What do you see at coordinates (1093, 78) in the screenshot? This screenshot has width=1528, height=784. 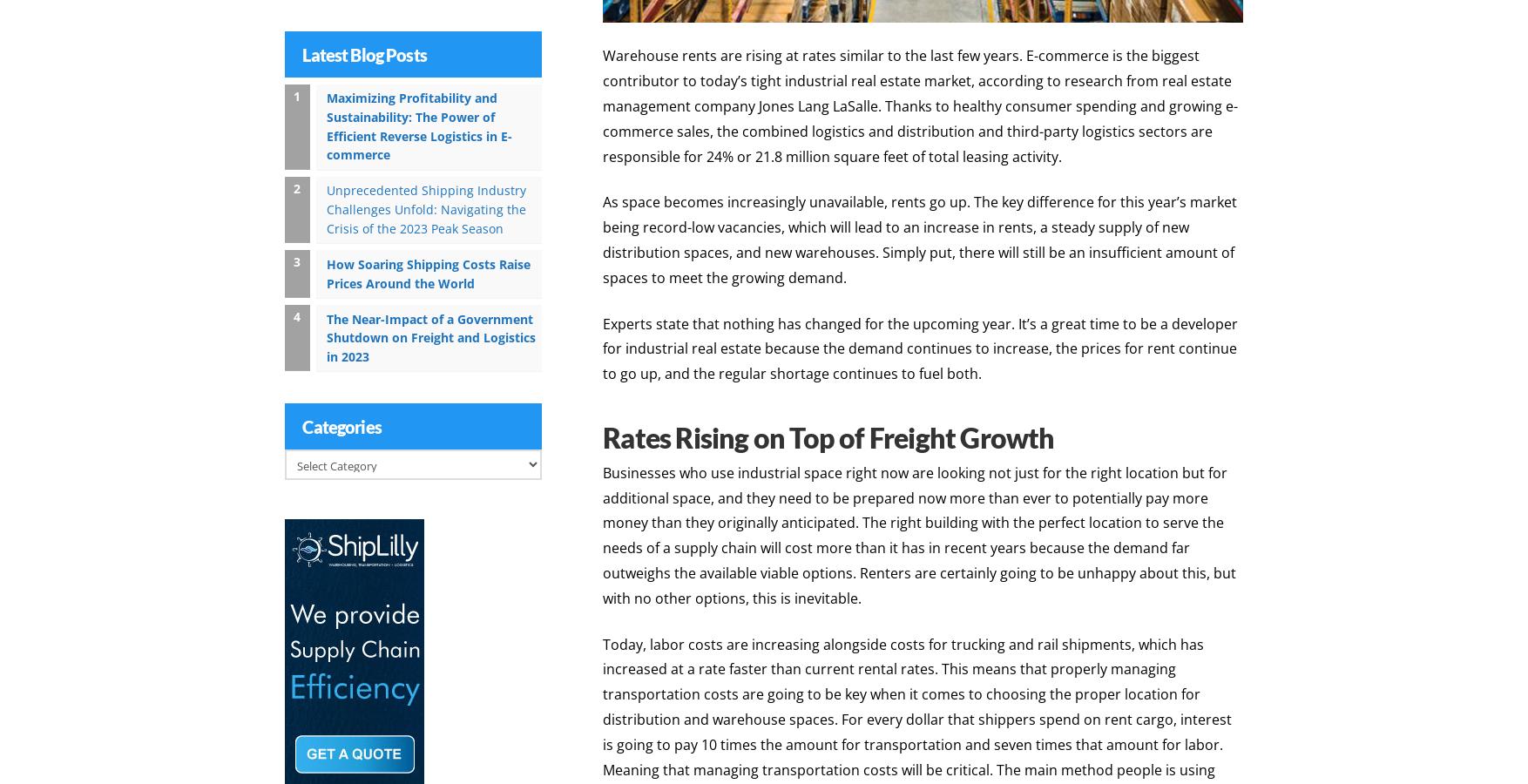 I see `'research'` at bounding box center [1093, 78].